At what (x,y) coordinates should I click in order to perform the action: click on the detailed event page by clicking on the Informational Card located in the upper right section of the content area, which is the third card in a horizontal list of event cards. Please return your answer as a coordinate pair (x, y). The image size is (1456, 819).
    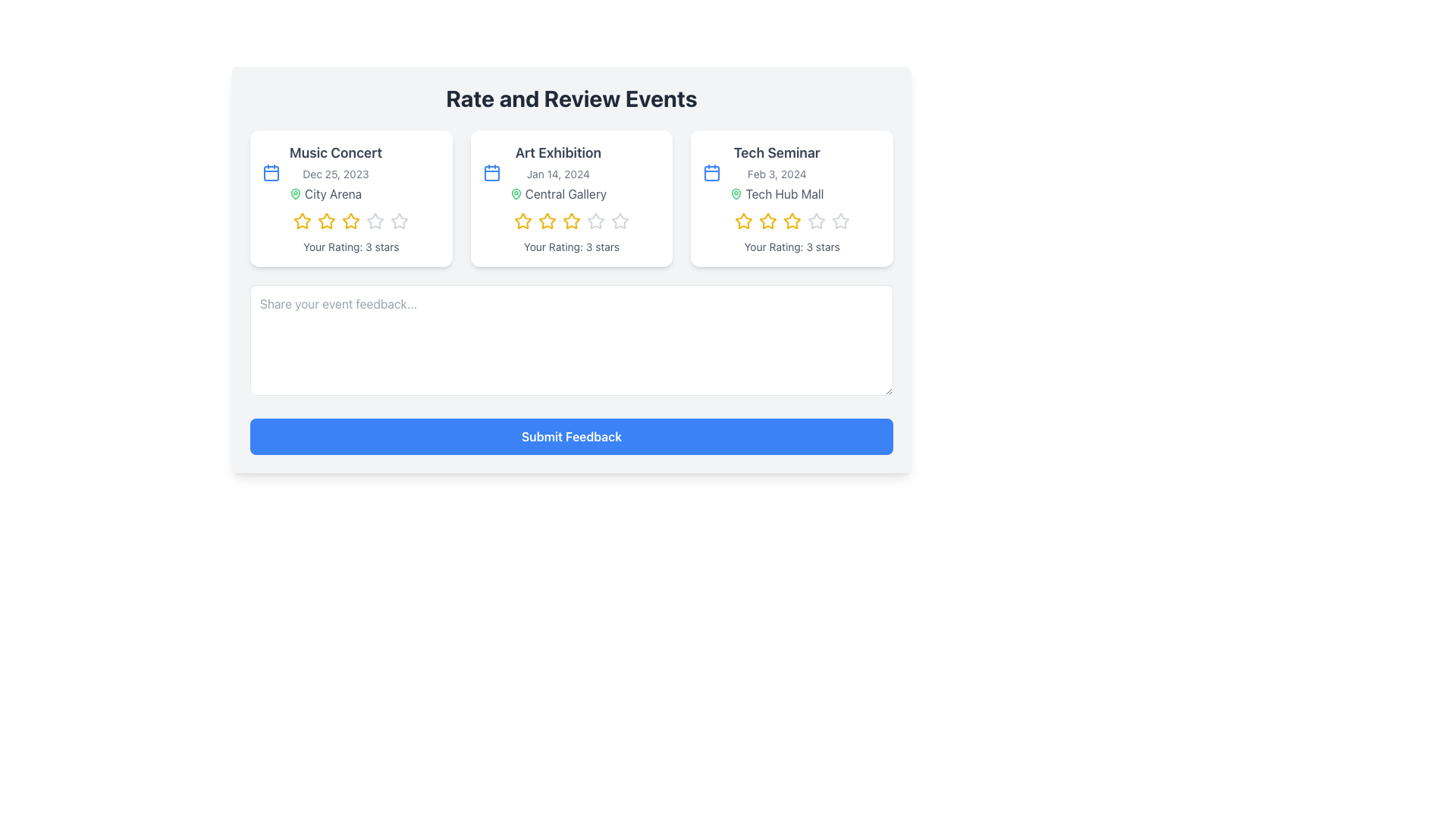
    Looking at the image, I should click on (776, 171).